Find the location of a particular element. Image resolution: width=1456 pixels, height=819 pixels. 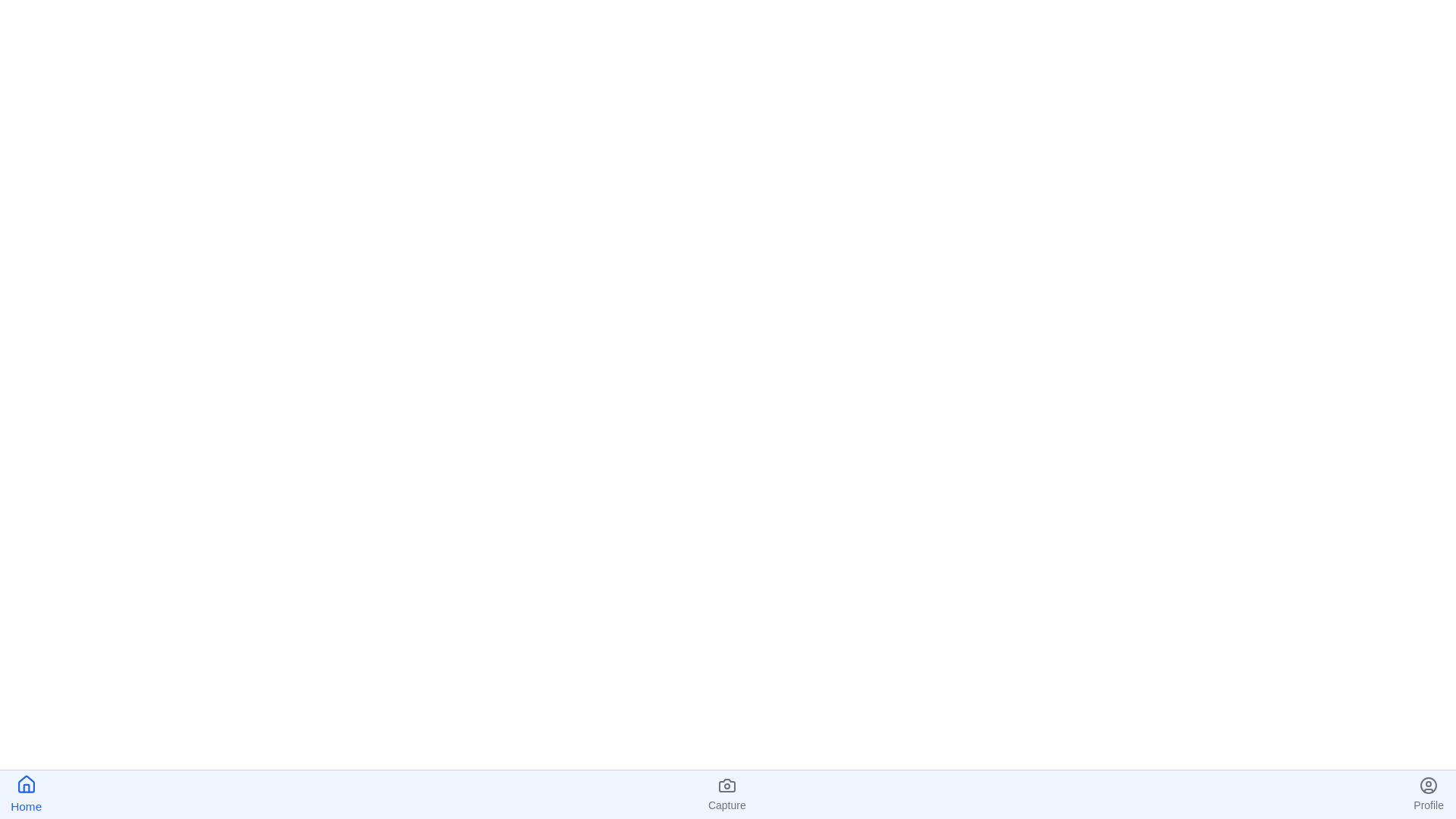

the Profile tab to navigate to it is located at coordinates (1428, 794).